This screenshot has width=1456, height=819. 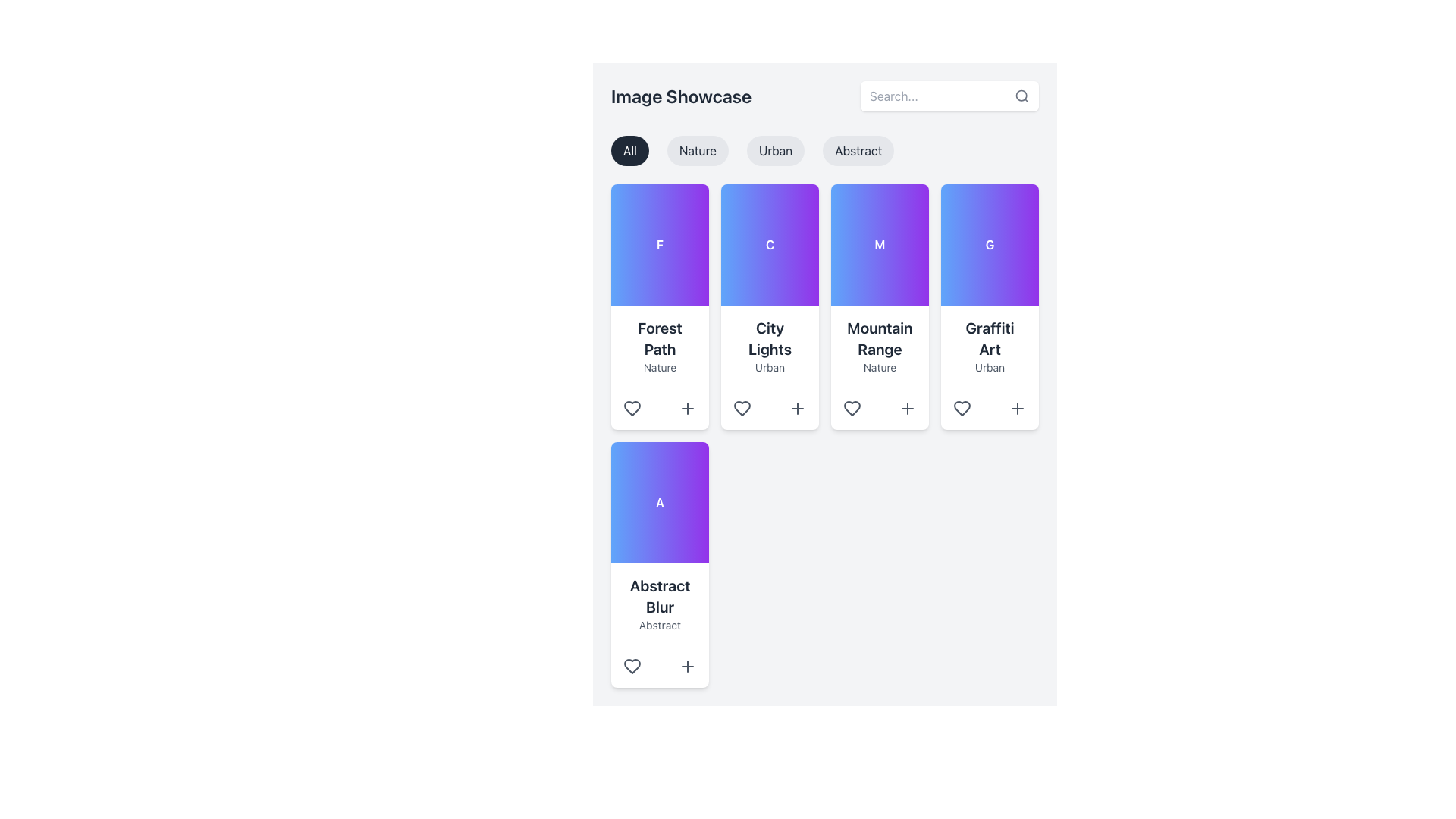 What do you see at coordinates (632, 666) in the screenshot?
I see `the 'like' button located in the footer row of the 'Abstract Blur' card to mark the associated item as a favorite` at bounding box center [632, 666].